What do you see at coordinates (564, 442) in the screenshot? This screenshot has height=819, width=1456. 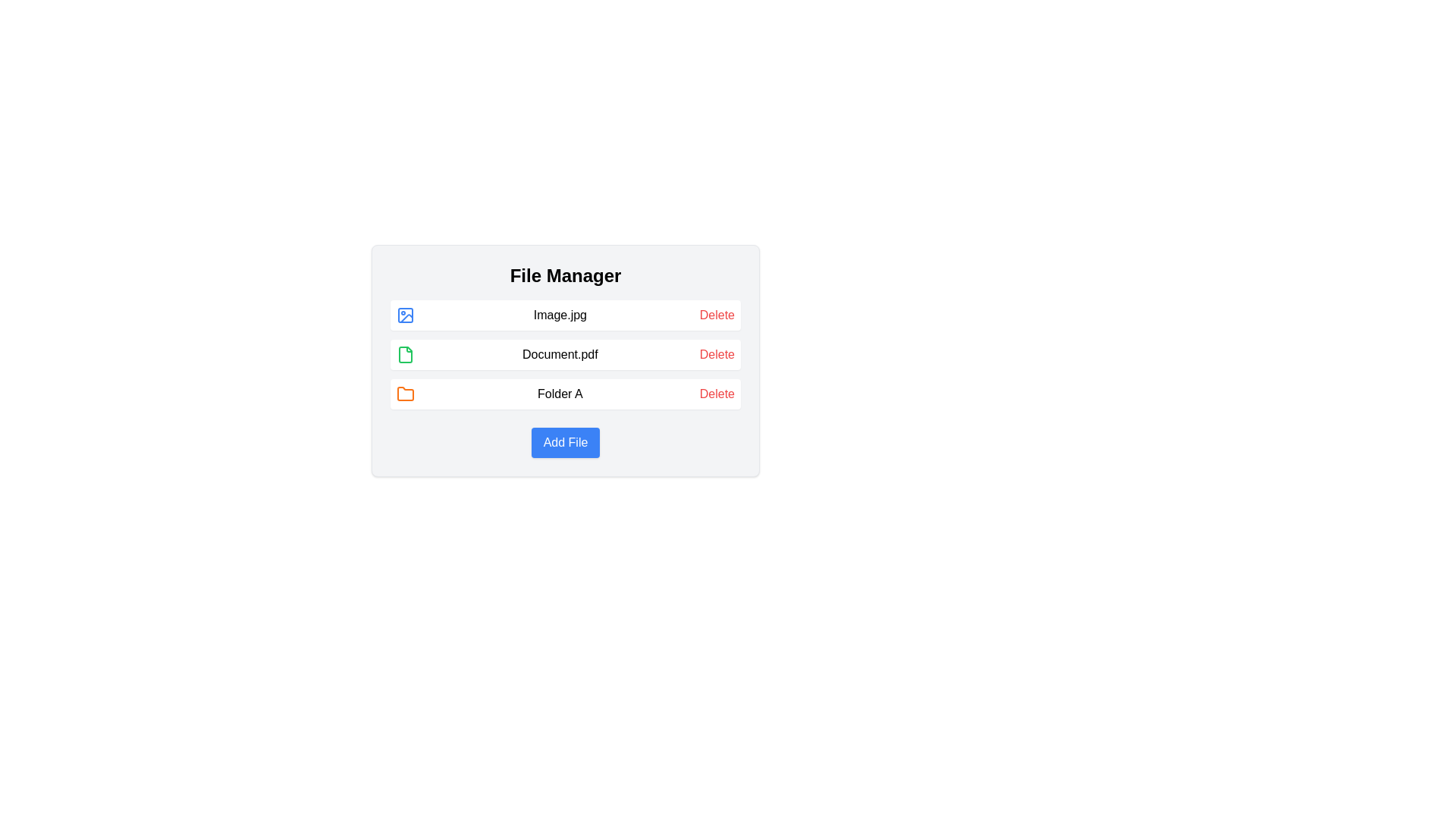 I see `the 'Add File' button, which is a rectangular button with a blue background and white text, located at the bottom-center of the file management interface` at bounding box center [564, 442].